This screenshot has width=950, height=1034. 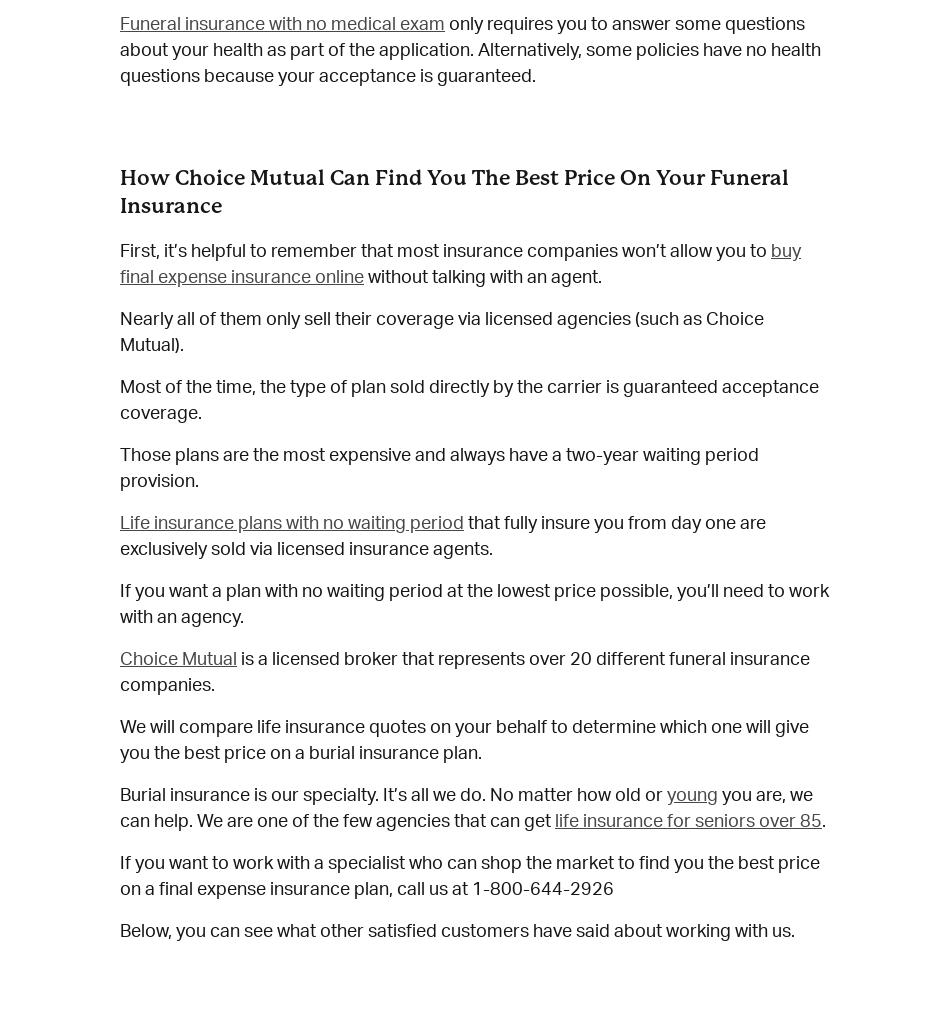 What do you see at coordinates (823, 821) in the screenshot?
I see `'.'` at bounding box center [823, 821].